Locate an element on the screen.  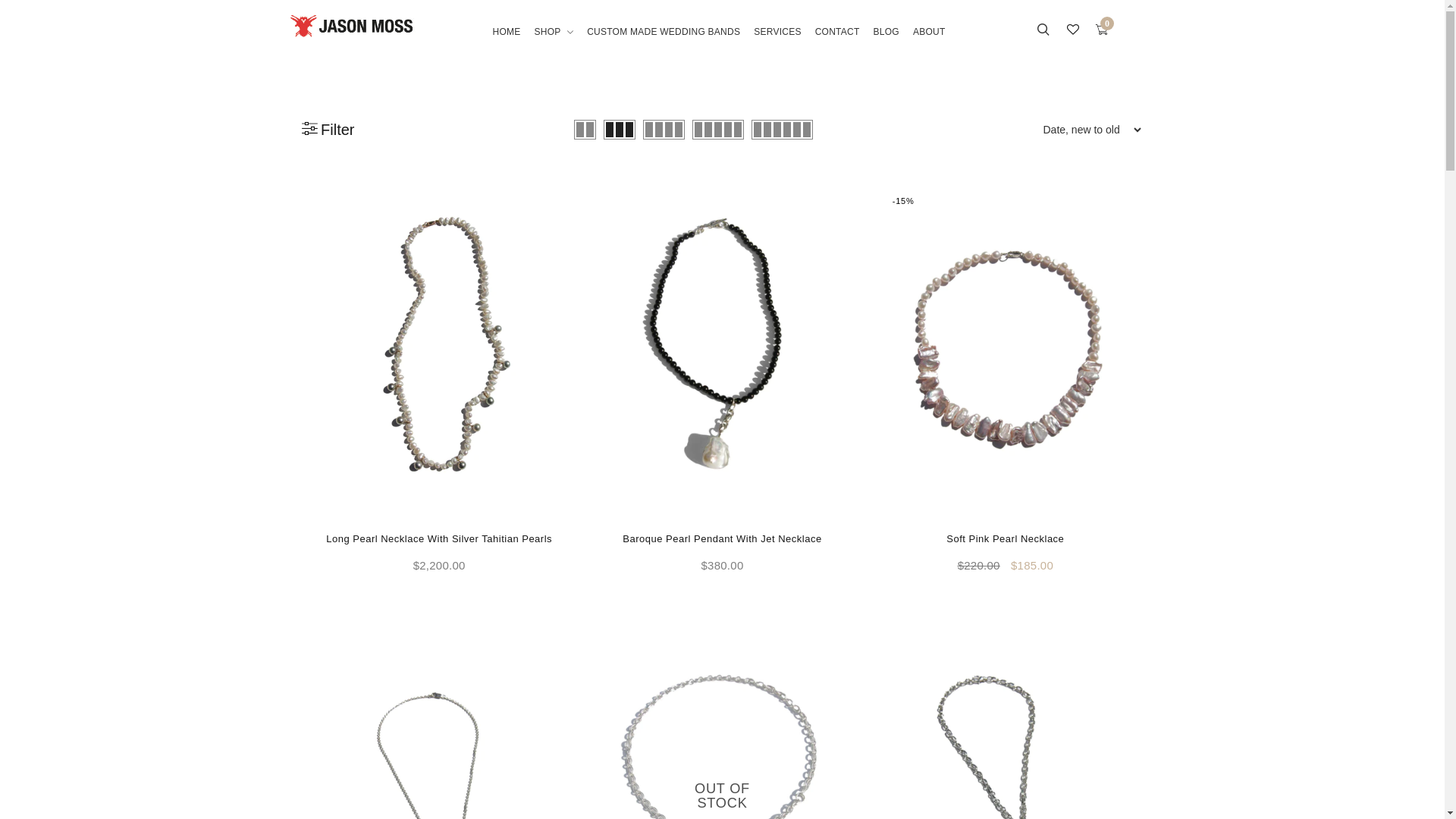
'0' is located at coordinates (1102, 31).